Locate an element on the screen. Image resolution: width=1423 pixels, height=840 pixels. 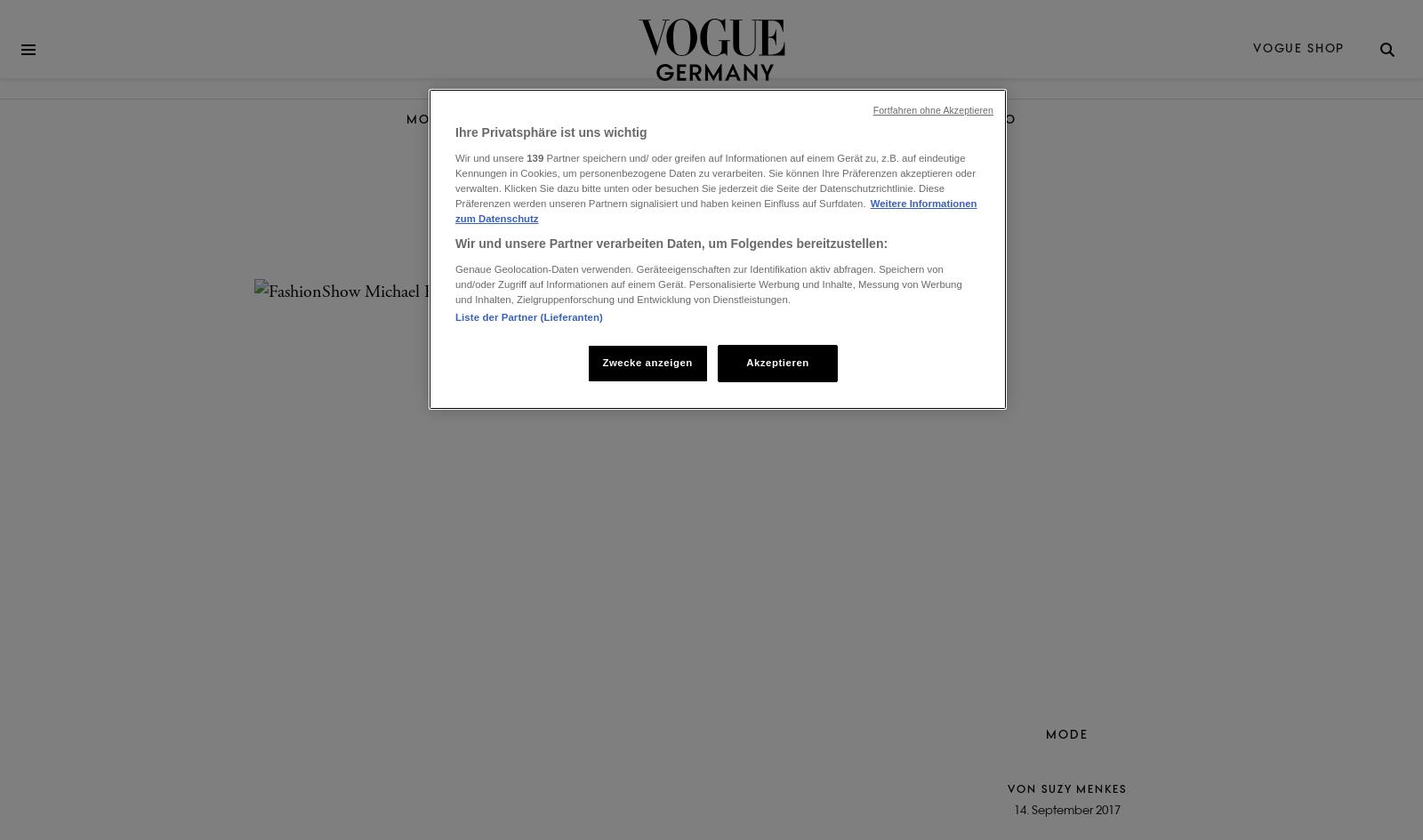
'VIDEO' is located at coordinates (829, 118).